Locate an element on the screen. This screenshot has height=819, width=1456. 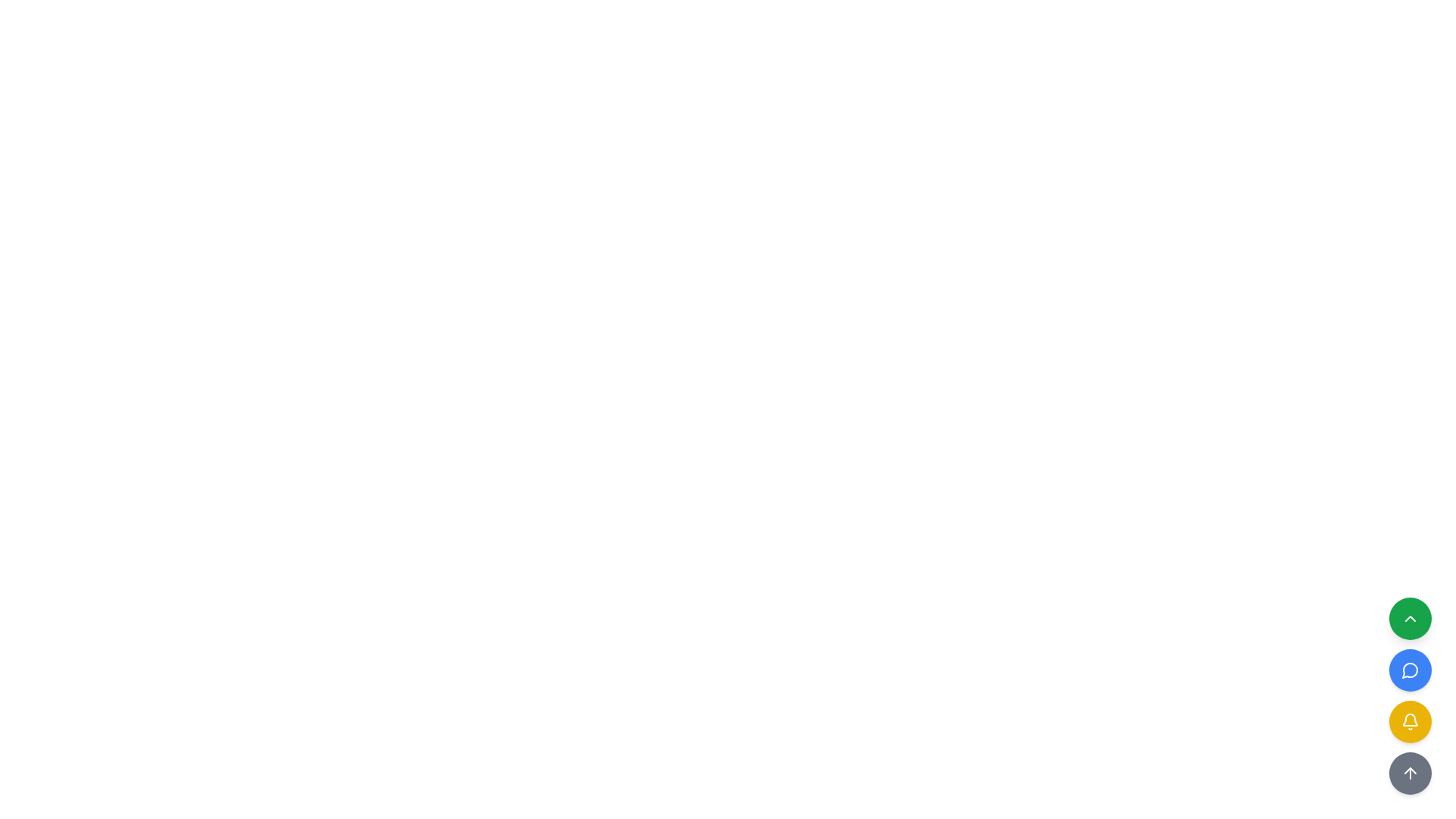
the middle circular button, which is yellow with a notification bell icon is located at coordinates (1410, 721).